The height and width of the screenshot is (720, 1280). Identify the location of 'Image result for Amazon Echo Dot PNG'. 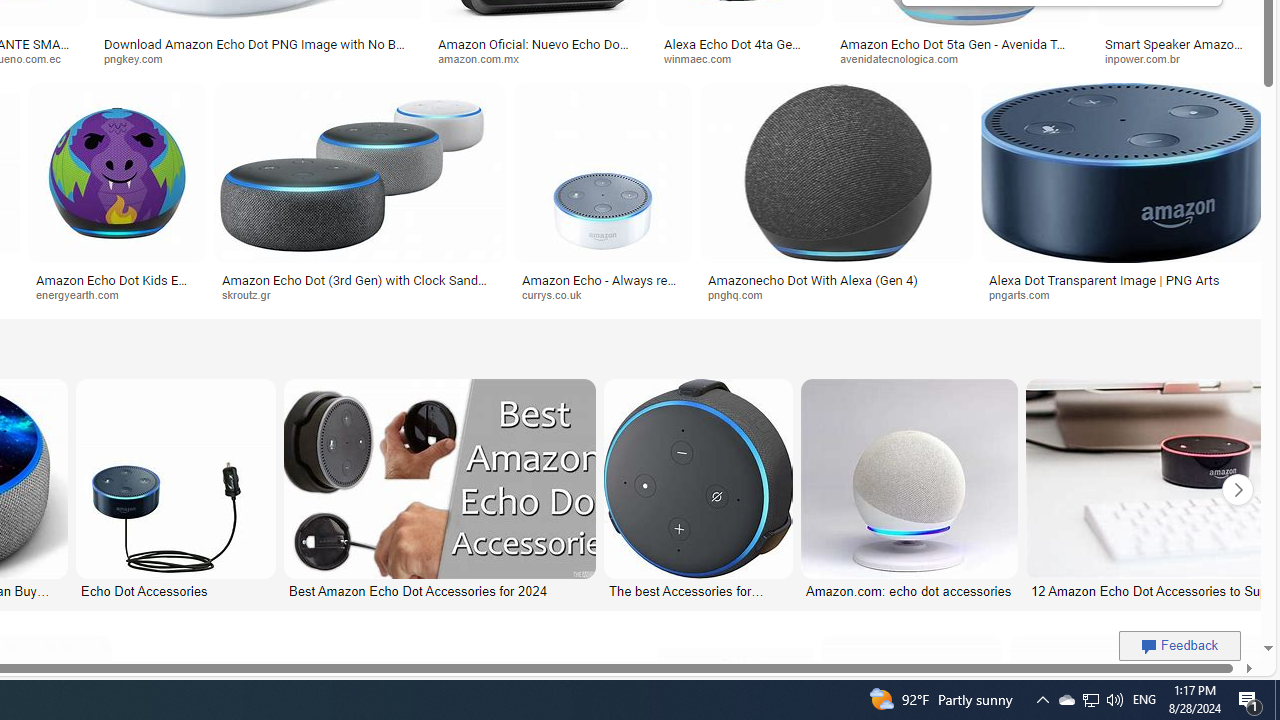
(1123, 171).